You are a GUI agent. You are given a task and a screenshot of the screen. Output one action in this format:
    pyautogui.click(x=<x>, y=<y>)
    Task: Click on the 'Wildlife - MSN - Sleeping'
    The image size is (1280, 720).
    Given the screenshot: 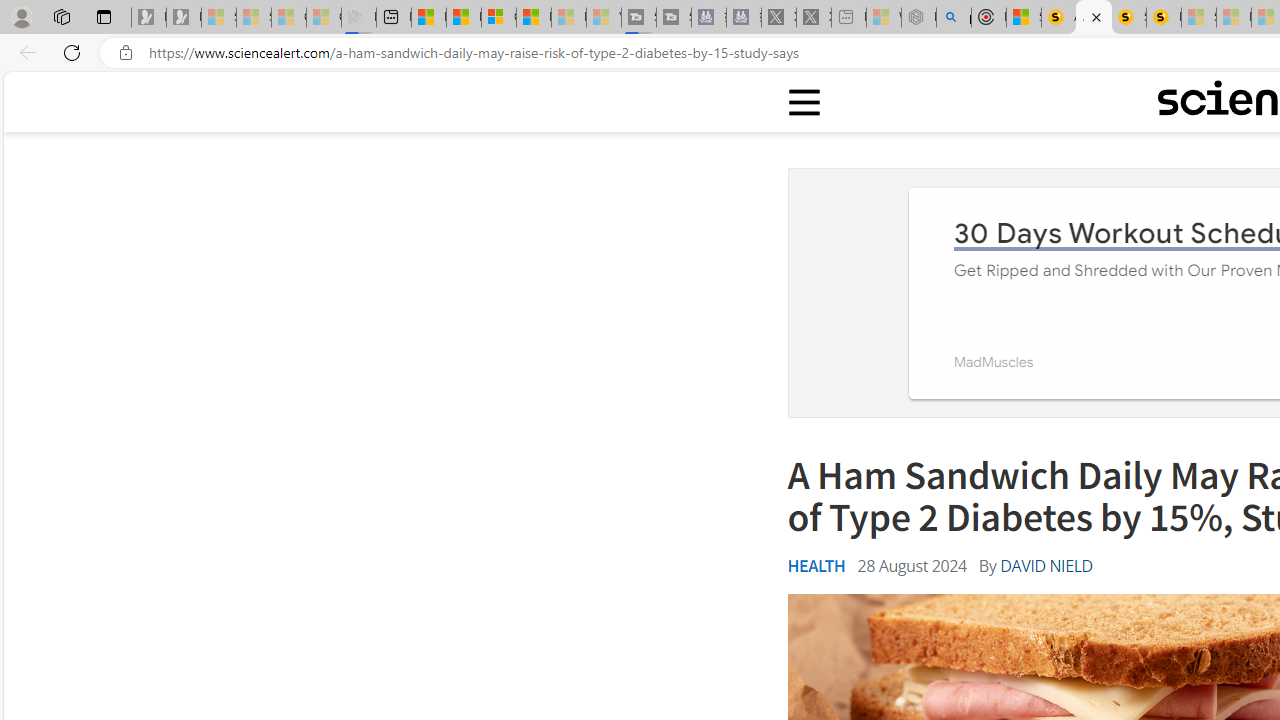 What is the action you would take?
    pyautogui.click(x=882, y=17)
    